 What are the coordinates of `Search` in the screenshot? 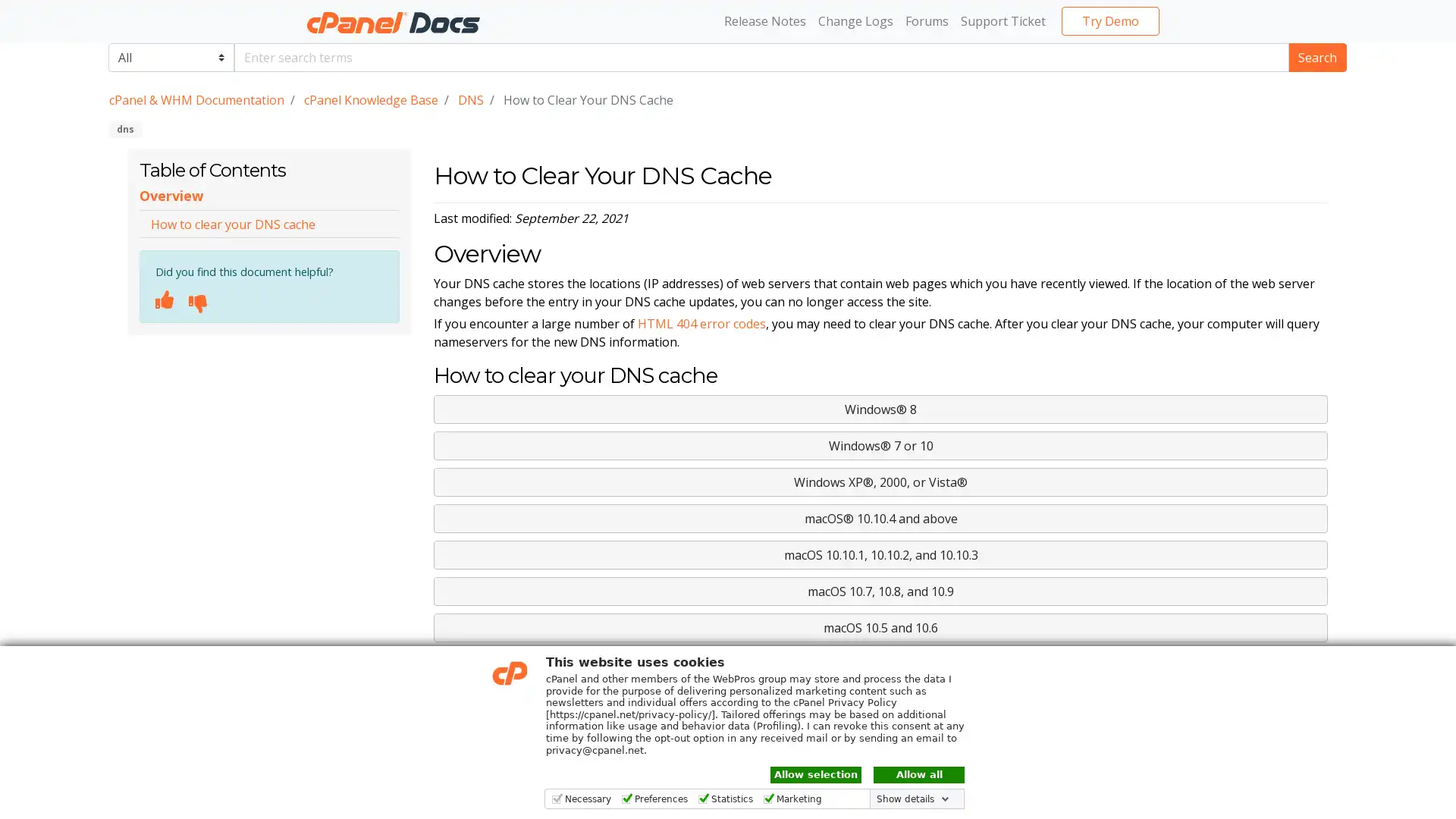 It's located at (1316, 55).